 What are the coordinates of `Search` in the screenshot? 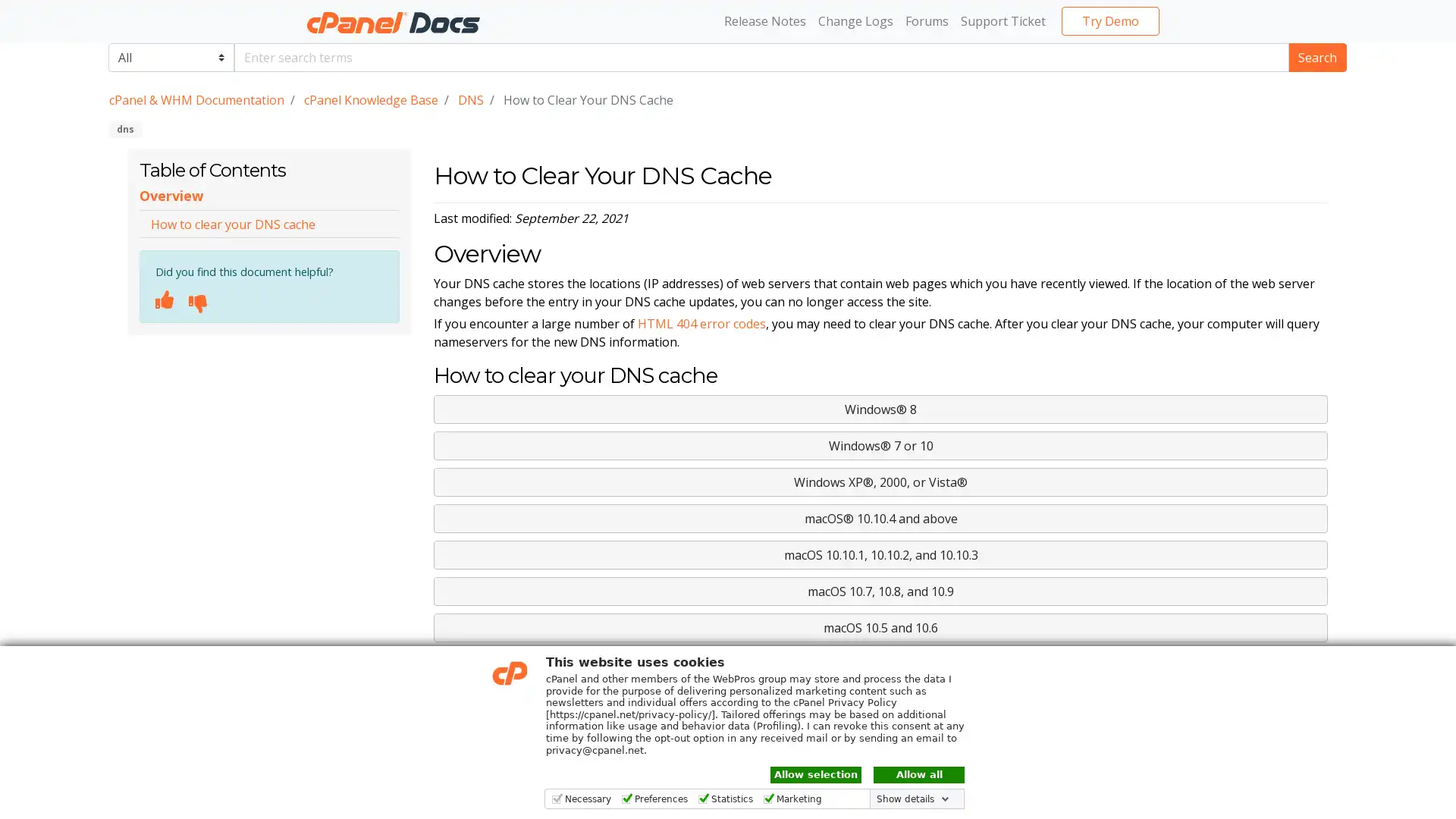 It's located at (1316, 55).